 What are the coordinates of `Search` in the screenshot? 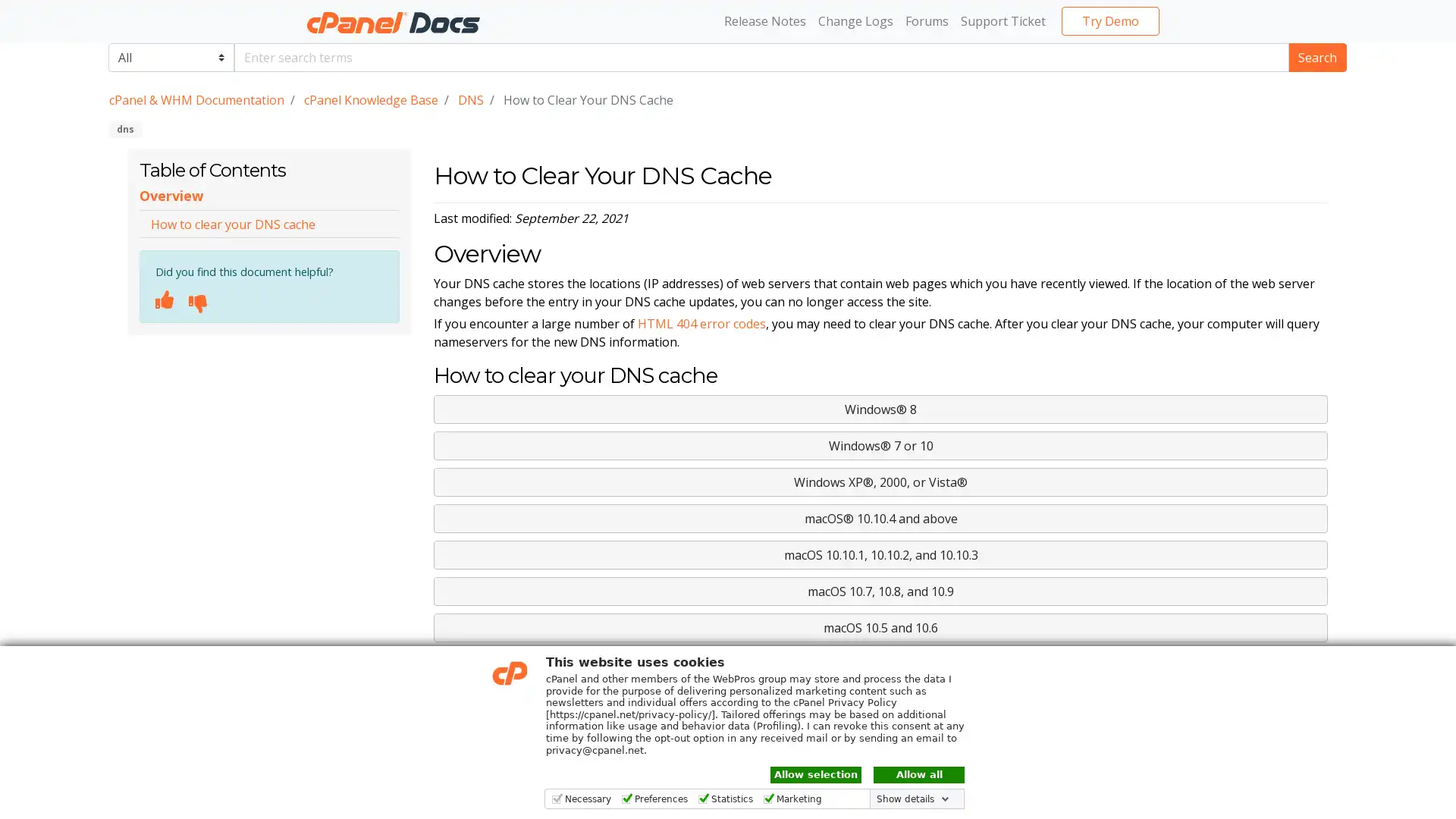 It's located at (1316, 55).